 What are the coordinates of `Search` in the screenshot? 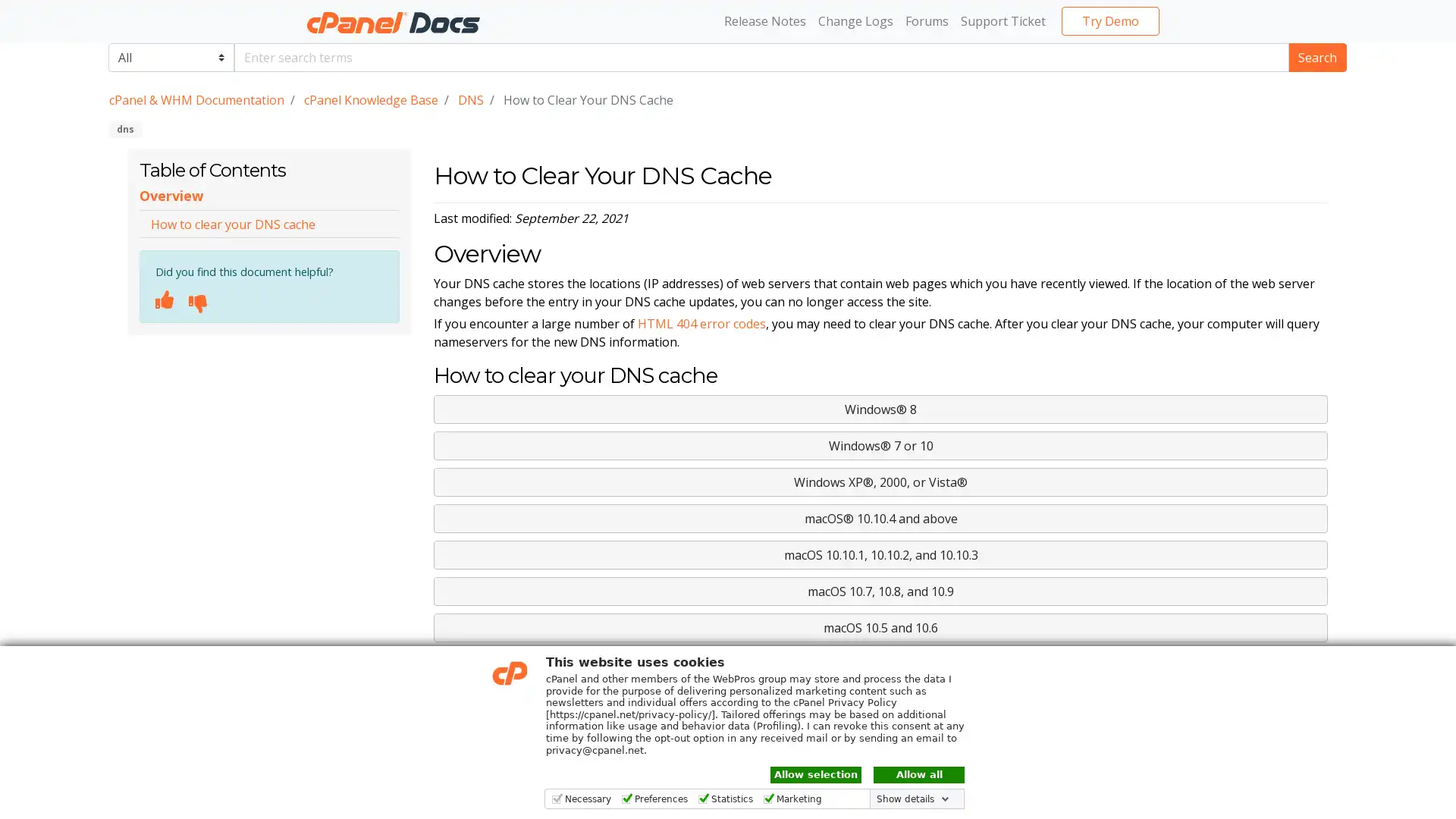 It's located at (1316, 55).